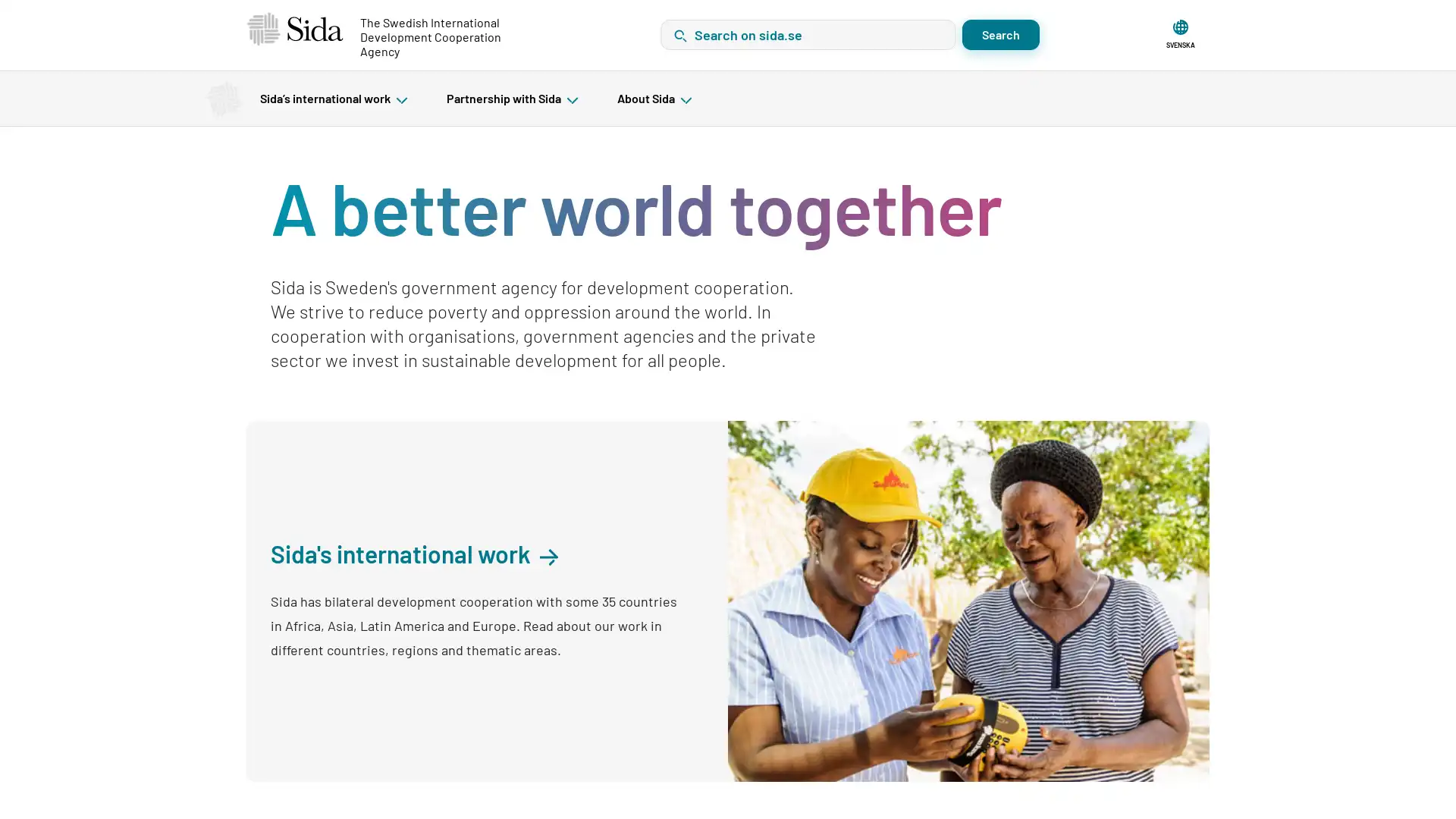  Describe the element at coordinates (1000, 34) in the screenshot. I see `Search` at that location.